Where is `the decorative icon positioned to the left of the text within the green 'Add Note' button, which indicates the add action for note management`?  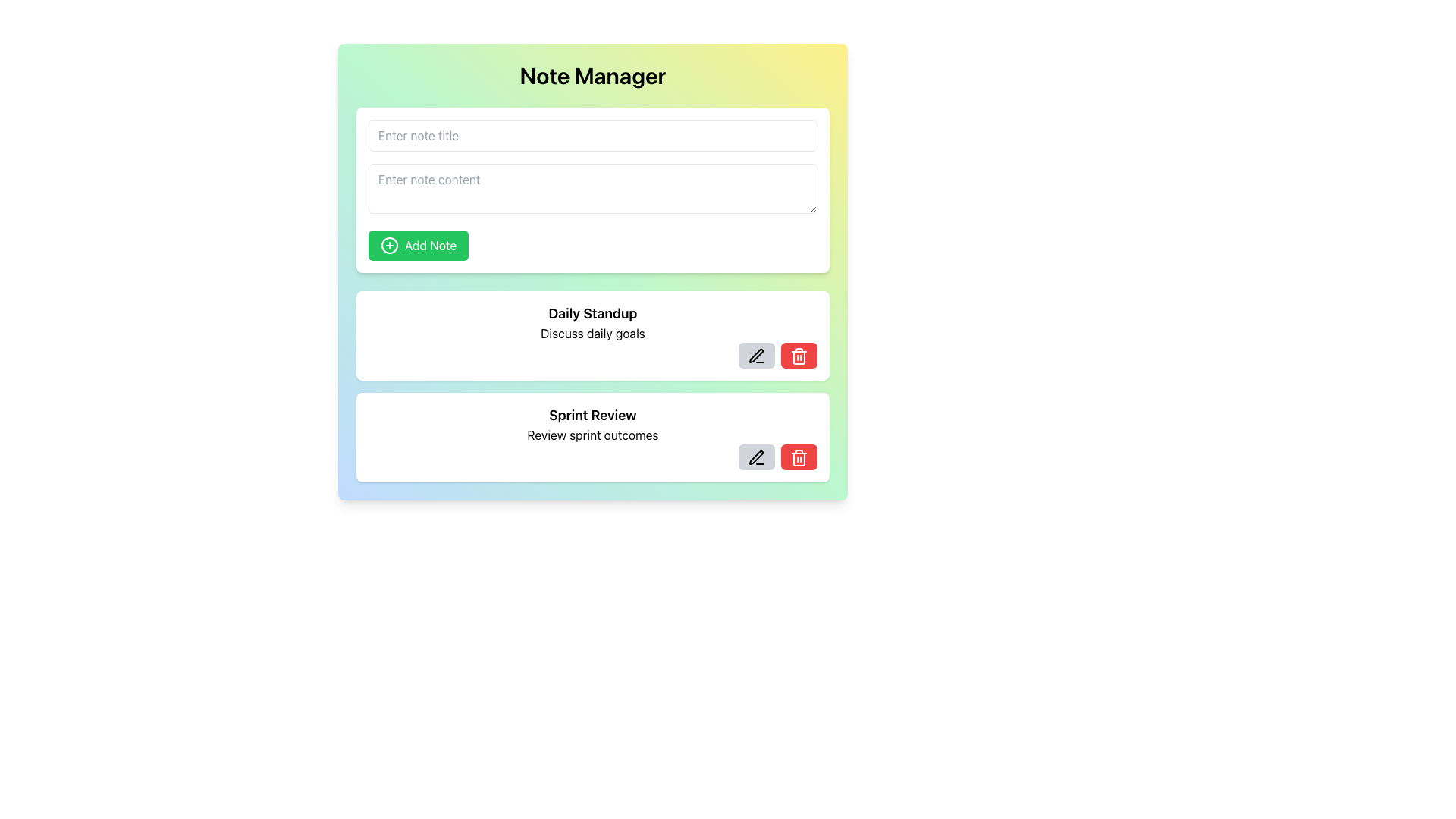 the decorative icon positioned to the left of the text within the green 'Add Note' button, which indicates the add action for note management is located at coordinates (389, 245).